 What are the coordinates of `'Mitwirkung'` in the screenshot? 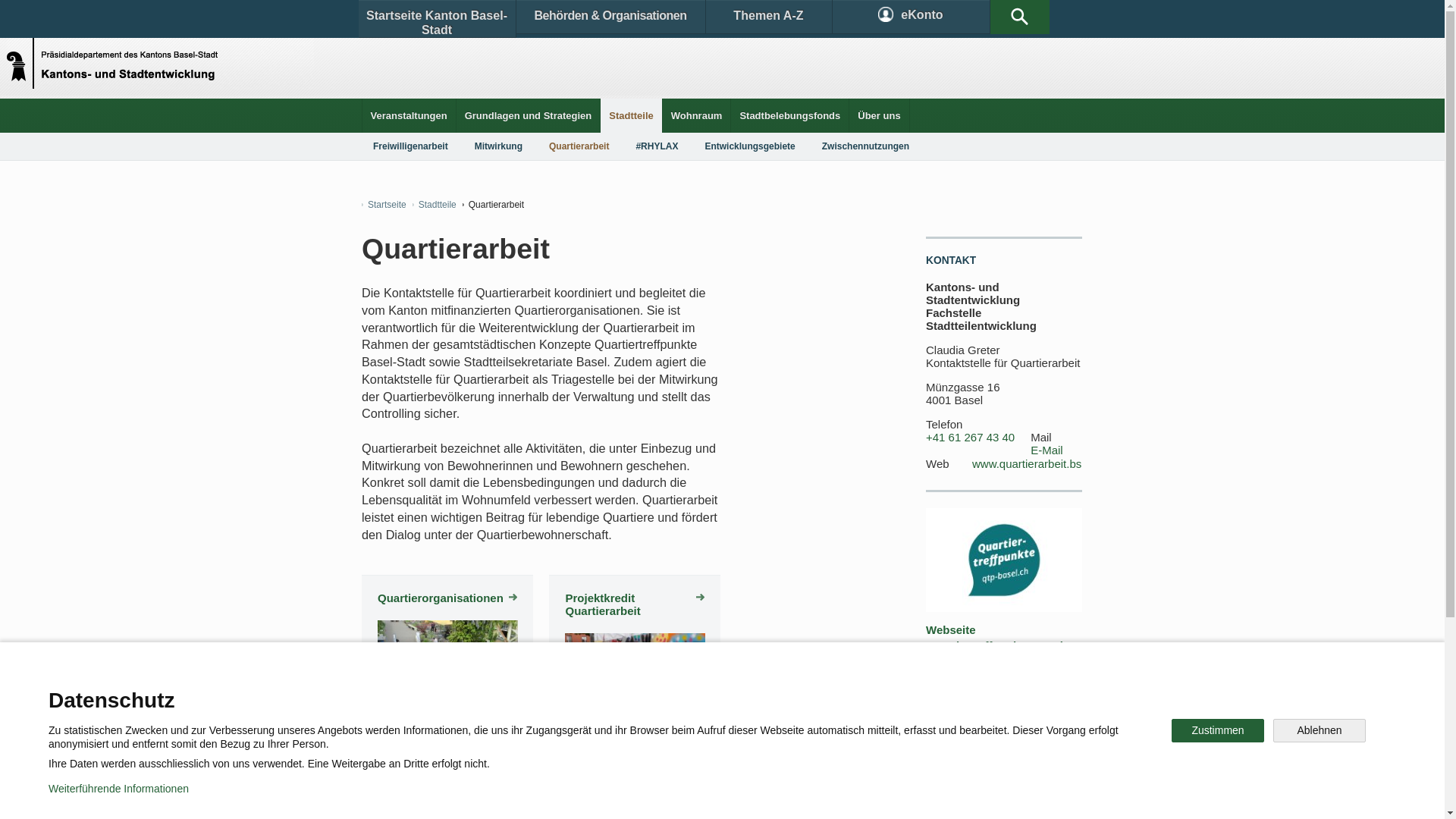 It's located at (498, 146).